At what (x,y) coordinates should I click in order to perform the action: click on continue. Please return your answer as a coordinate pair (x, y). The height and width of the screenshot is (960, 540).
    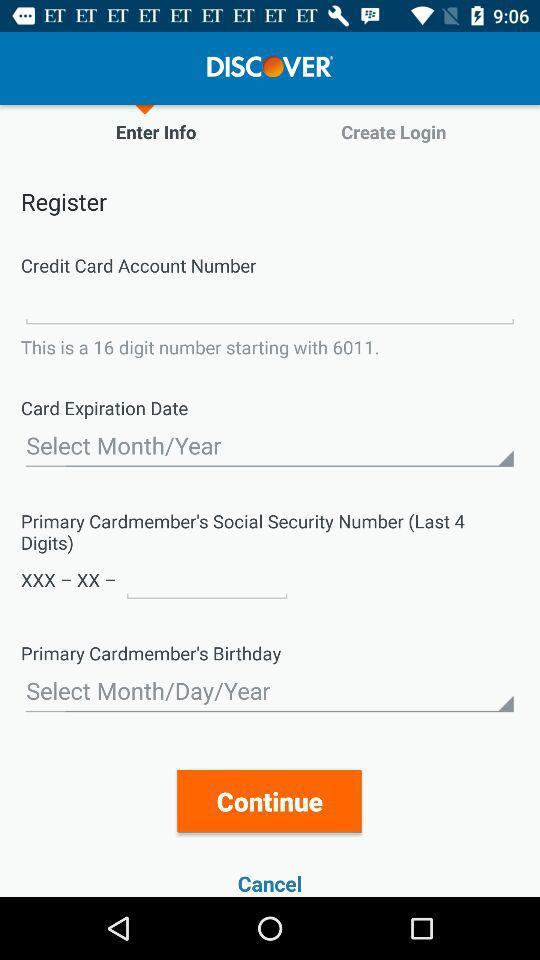
    Looking at the image, I should click on (269, 801).